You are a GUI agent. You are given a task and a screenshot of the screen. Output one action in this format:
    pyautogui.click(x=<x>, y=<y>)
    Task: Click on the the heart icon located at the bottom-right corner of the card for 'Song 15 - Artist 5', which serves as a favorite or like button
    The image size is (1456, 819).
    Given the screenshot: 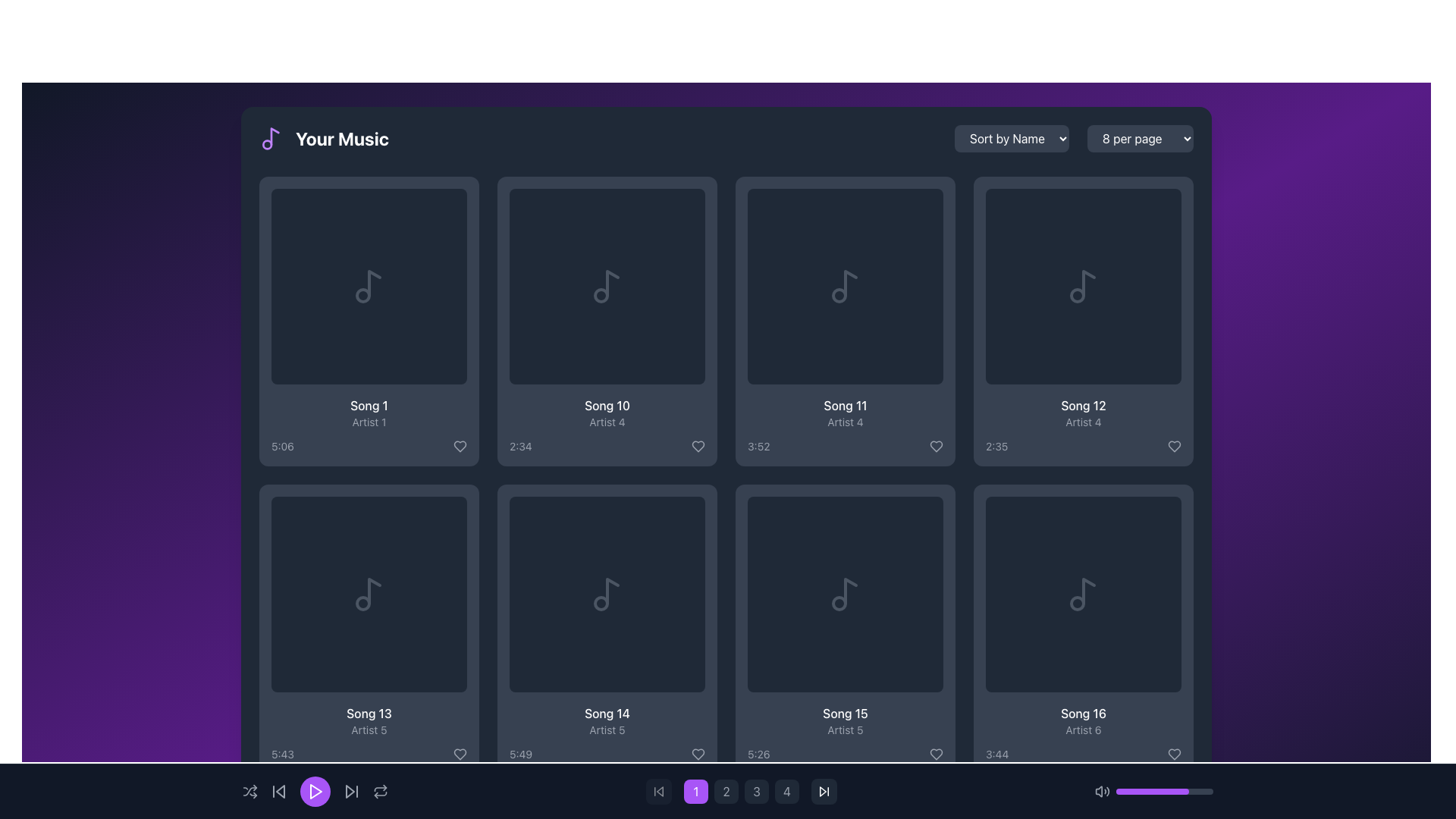 What is the action you would take?
    pyautogui.click(x=935, y=755)
    